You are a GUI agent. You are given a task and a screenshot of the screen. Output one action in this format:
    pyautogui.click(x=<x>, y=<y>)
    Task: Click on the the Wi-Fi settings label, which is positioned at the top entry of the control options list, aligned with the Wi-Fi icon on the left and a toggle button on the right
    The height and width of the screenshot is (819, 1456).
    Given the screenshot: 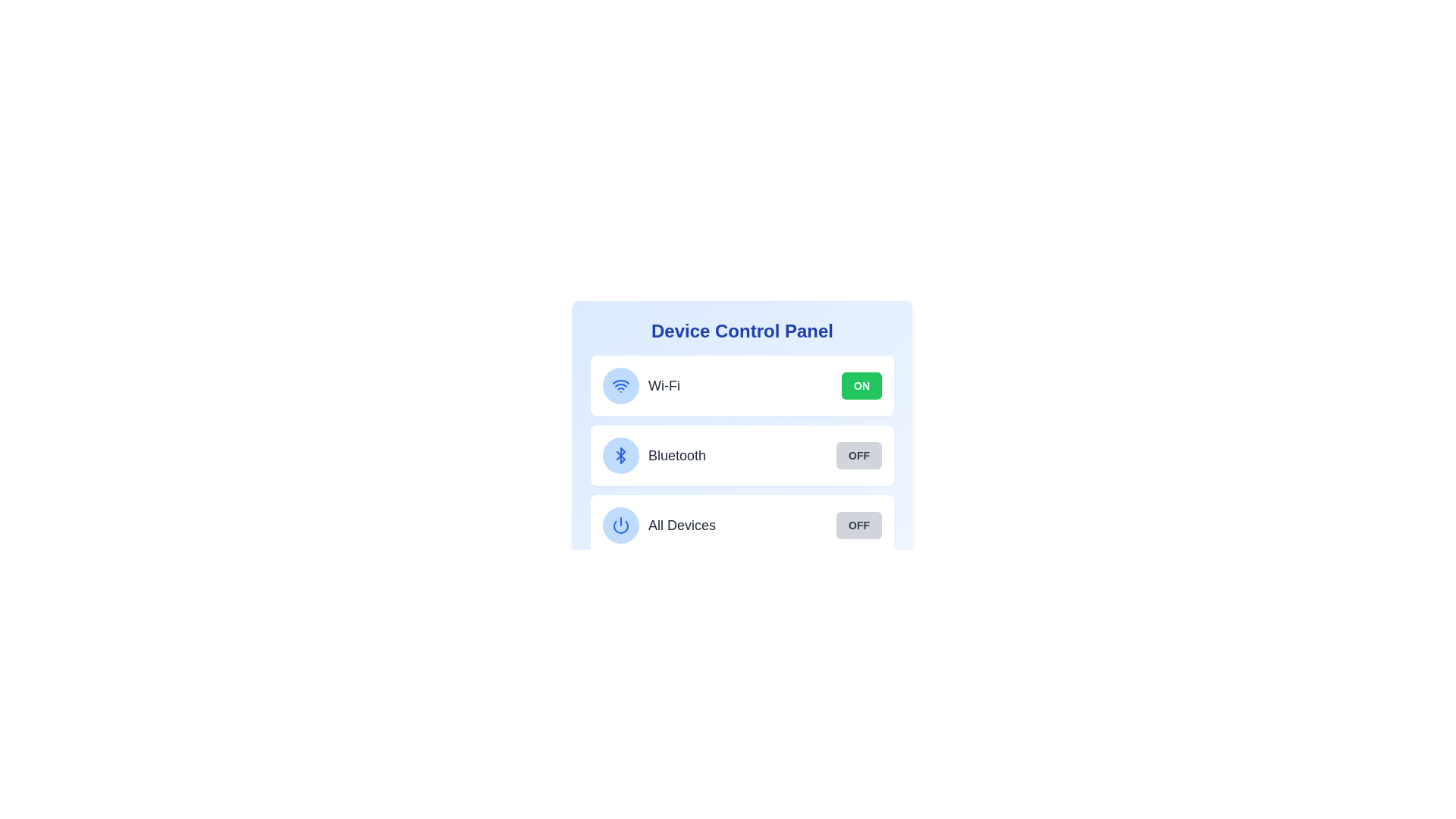 What is the action you would take?
    pyautogui.click(x=664, y=385)
    